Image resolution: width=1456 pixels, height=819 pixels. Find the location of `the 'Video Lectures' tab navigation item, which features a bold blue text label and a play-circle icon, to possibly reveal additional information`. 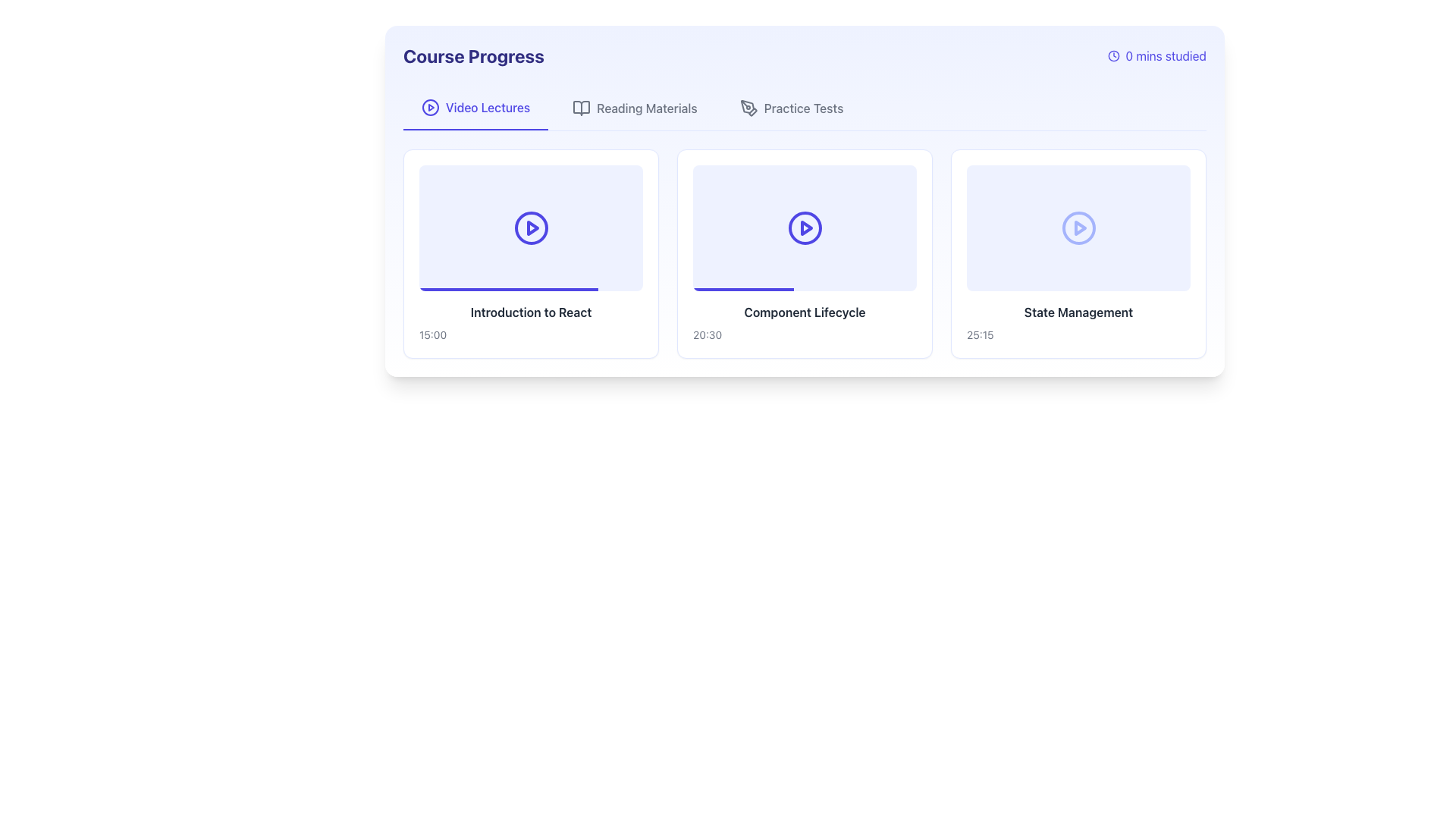

the 'Video Lectures' tab navigation item, which features a bold blue text label and a play-circle icon, to possibly reveal additional information is located at coordinates (475, 107).